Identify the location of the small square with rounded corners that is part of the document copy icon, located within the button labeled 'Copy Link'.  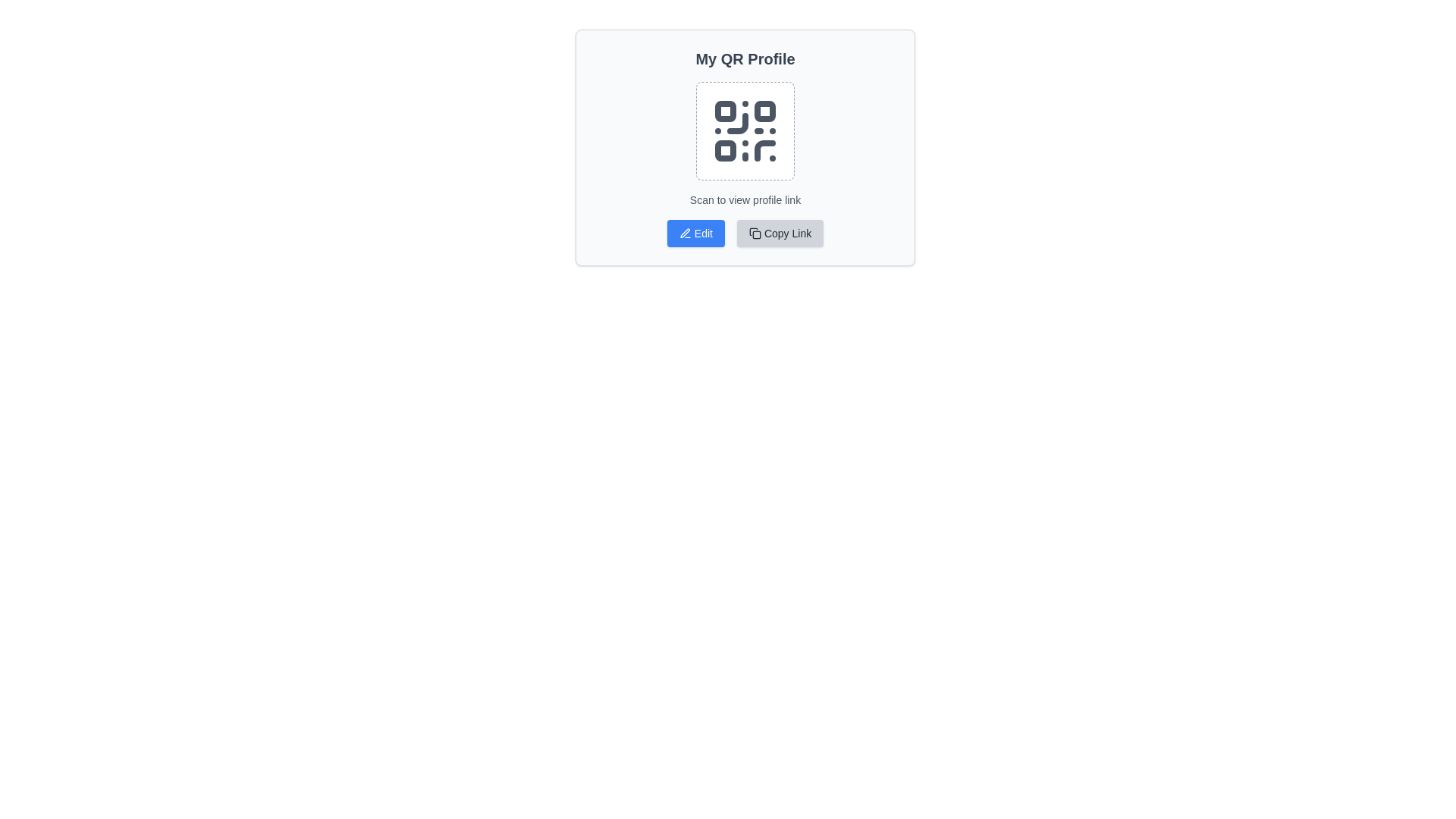
(756, 234).